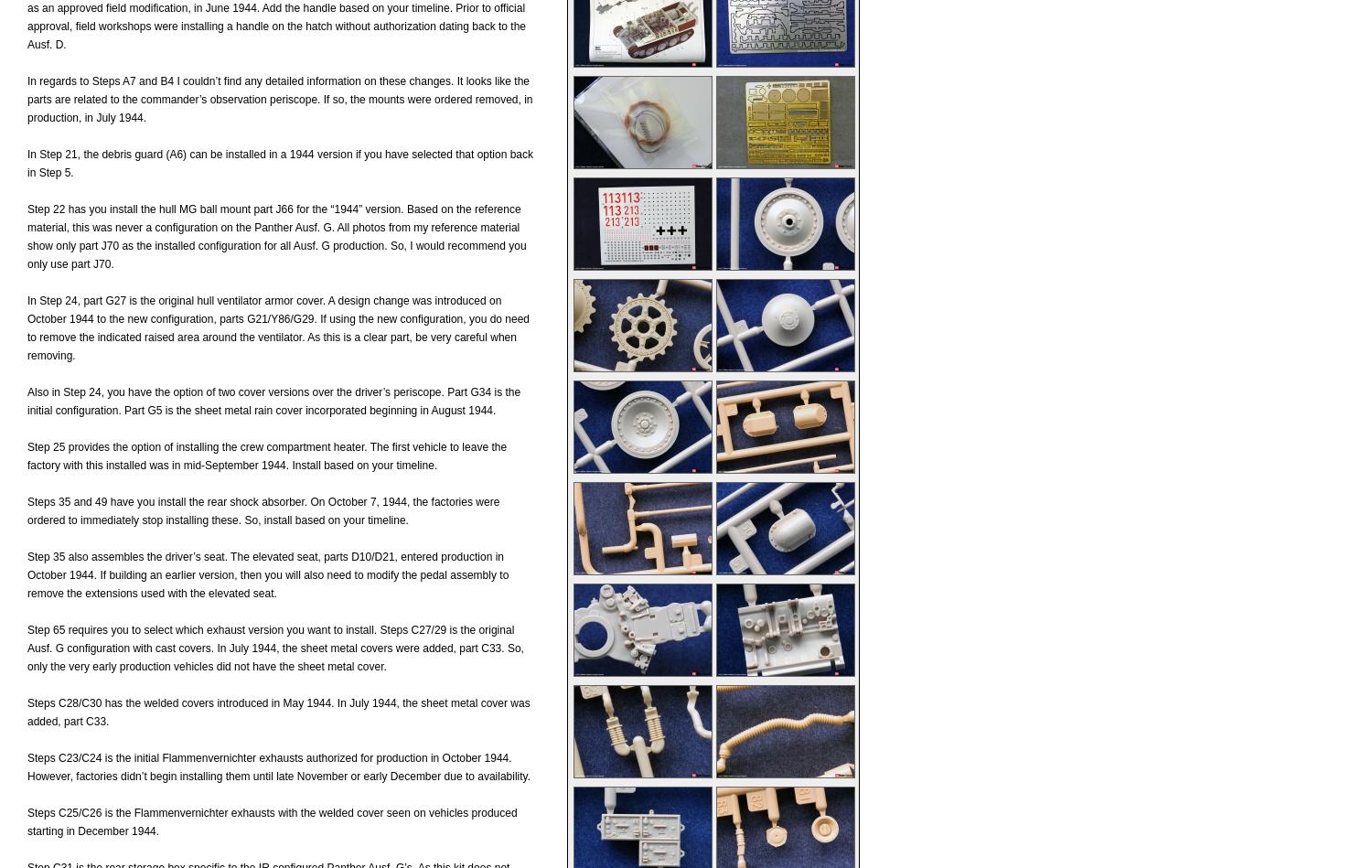 This screenshot has height=868, width=1372. What do you see at coordinates (280, 100) in the screenshot?
I see `'In regards to Steps A7 and B4 I couldn’t find any detailed information on these changes. It looks like the parts are related to the commander’s observation periscope. If so, the mounts were ordered removed, in production, in July 1944.'` at bounding box center [280, 100].